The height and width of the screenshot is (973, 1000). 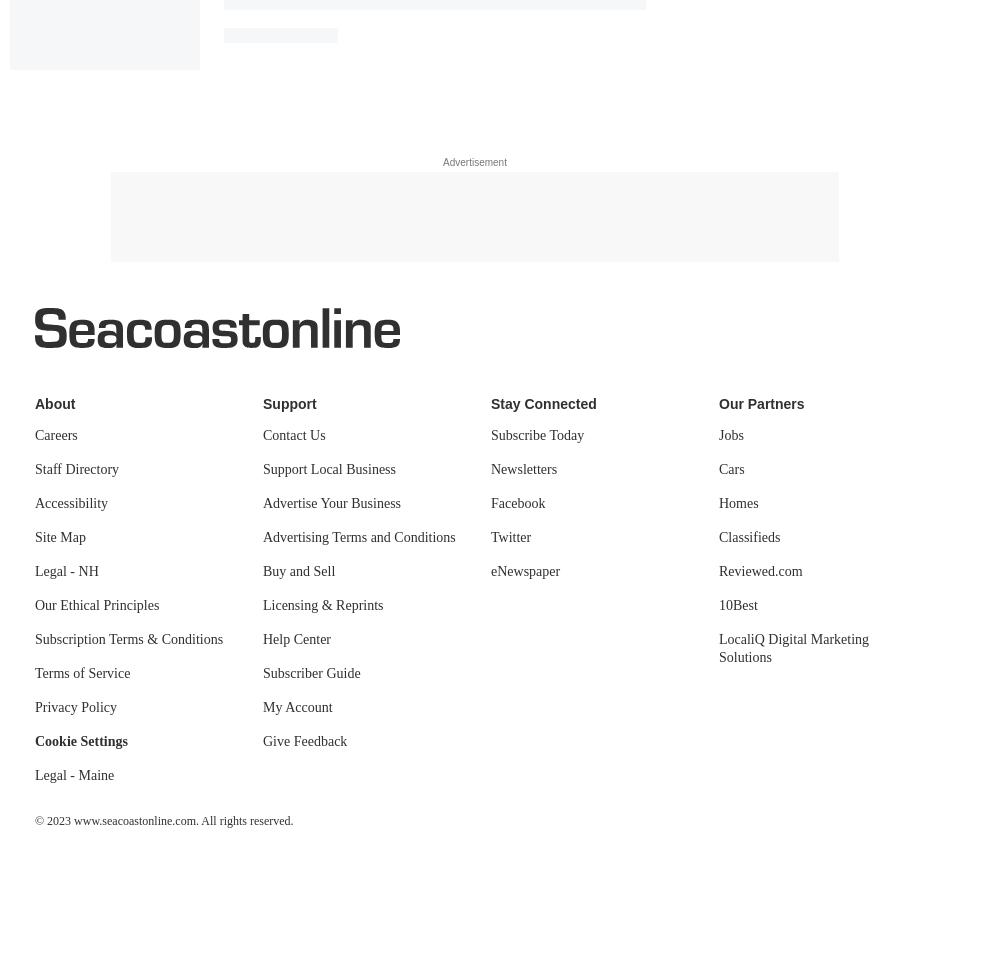 I want to click on 'Newsletters', so click(x=524, y=469).